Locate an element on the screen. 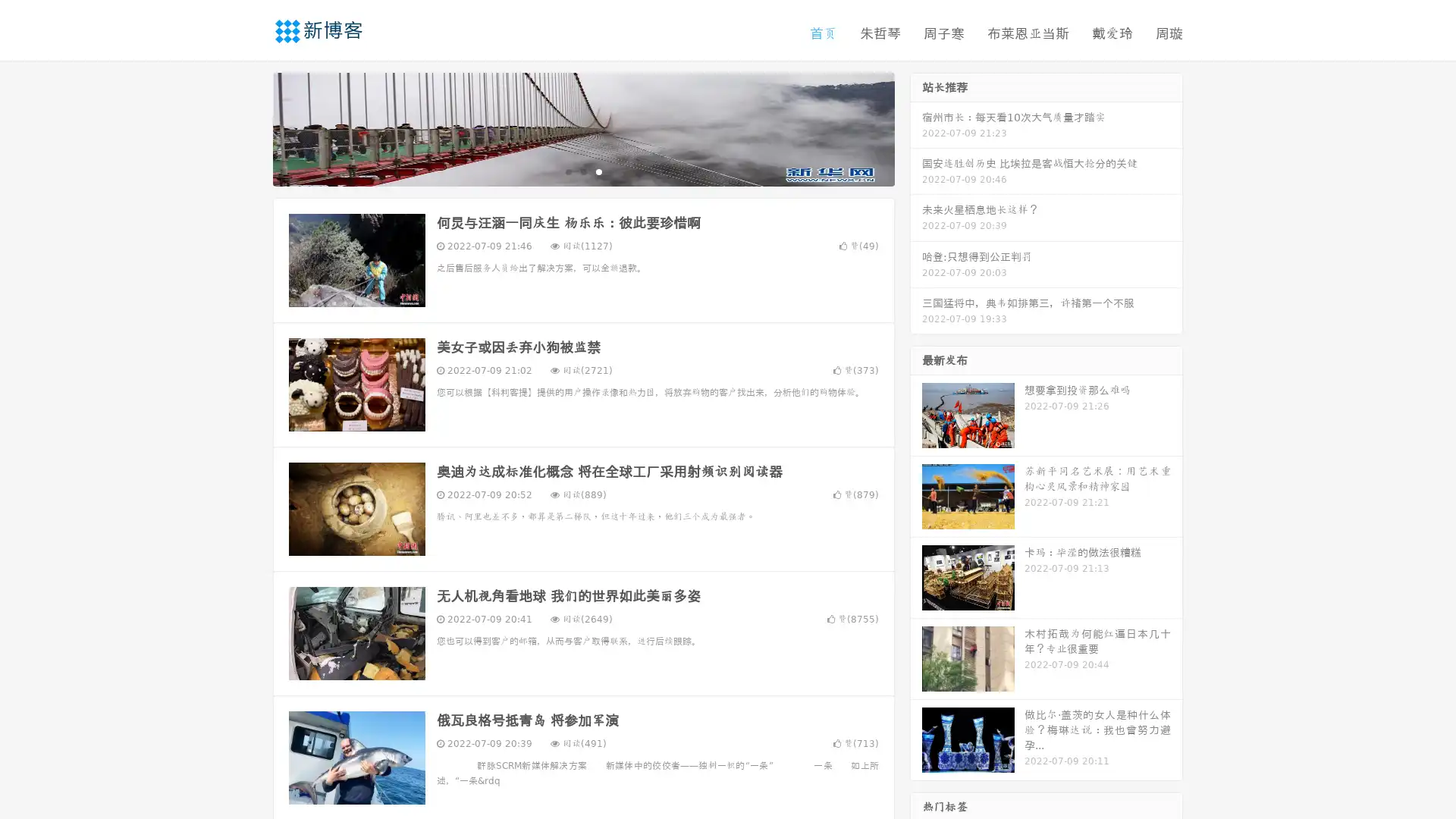  Go to slide 1 is located at coordinates (567, 171).